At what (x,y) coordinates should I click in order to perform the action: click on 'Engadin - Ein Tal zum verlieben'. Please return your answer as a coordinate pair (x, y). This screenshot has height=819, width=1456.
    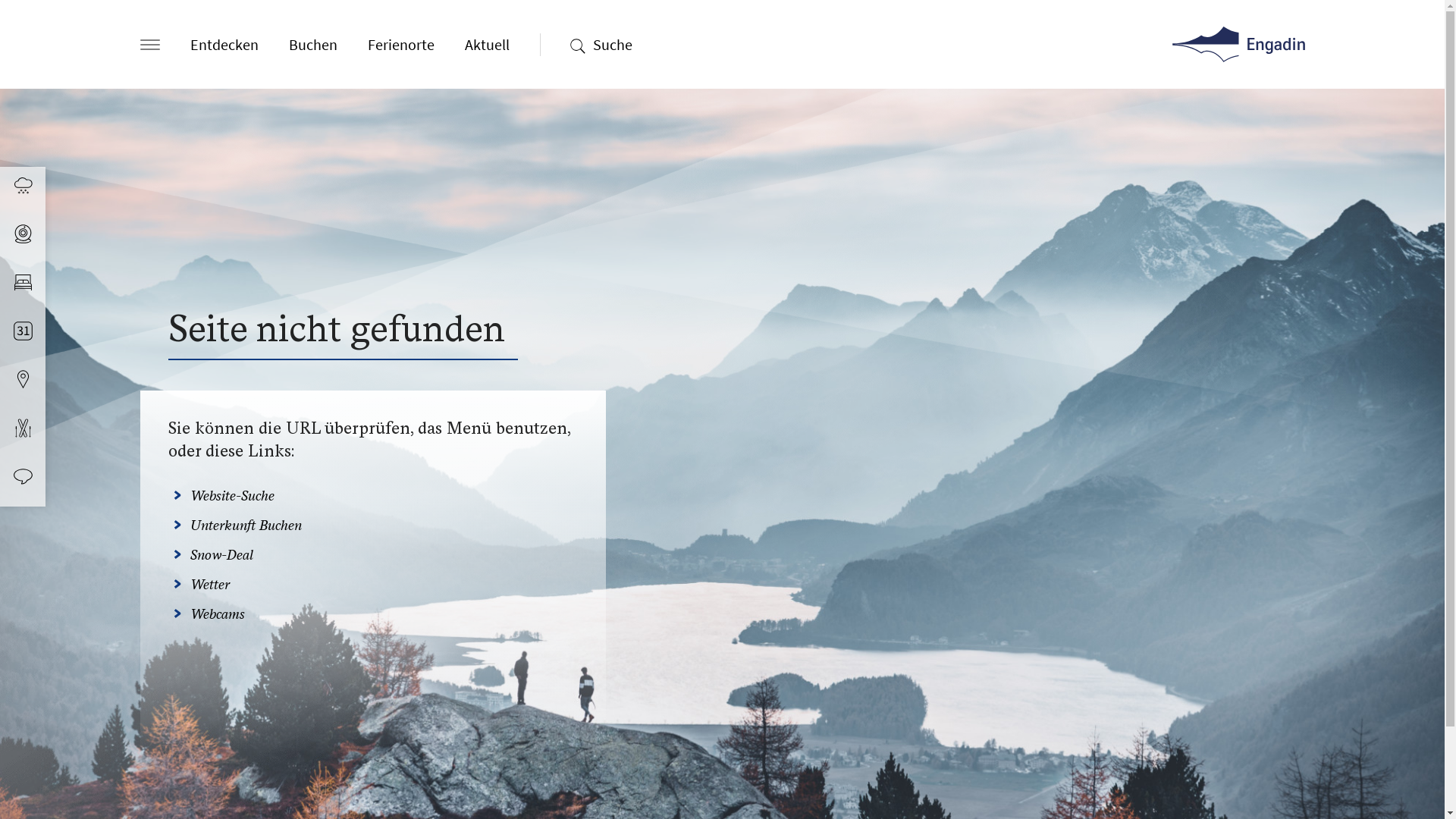
    Looking at the image, I should click on (1238, 43).